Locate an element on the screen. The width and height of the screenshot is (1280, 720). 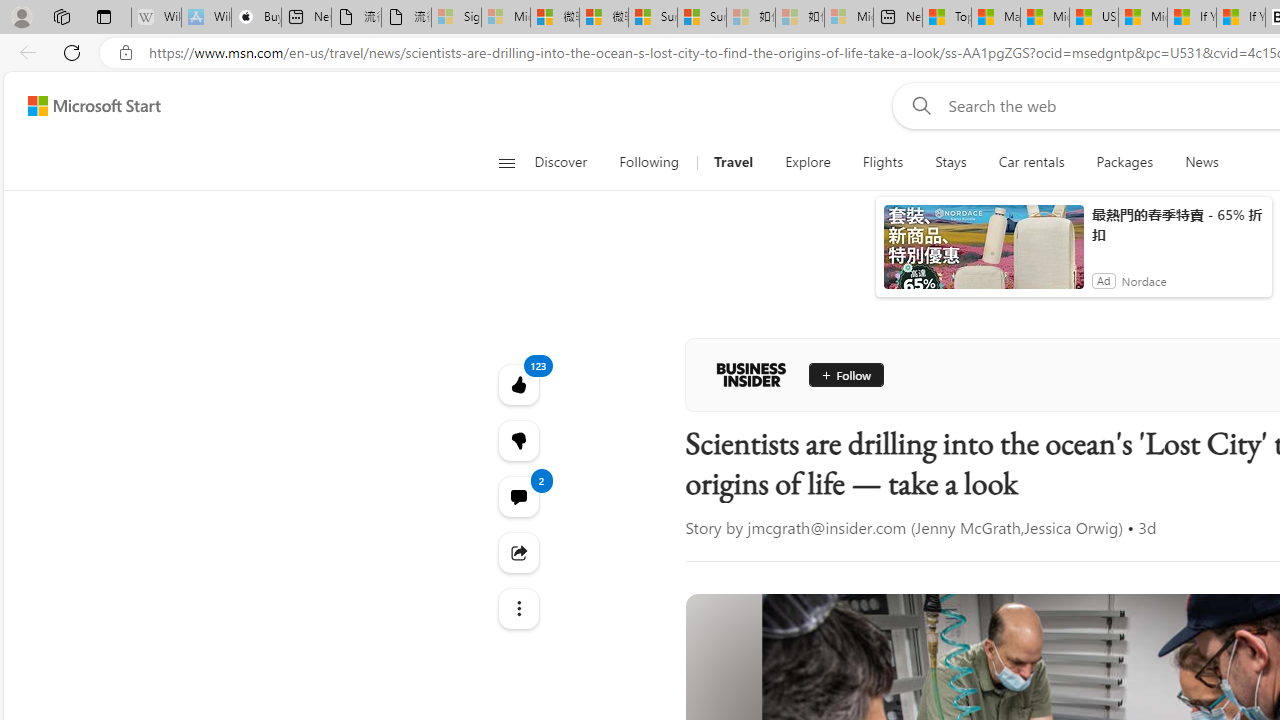
'Microsoft Services Agreement - Sleeping' is located at coordinates (506, 17).